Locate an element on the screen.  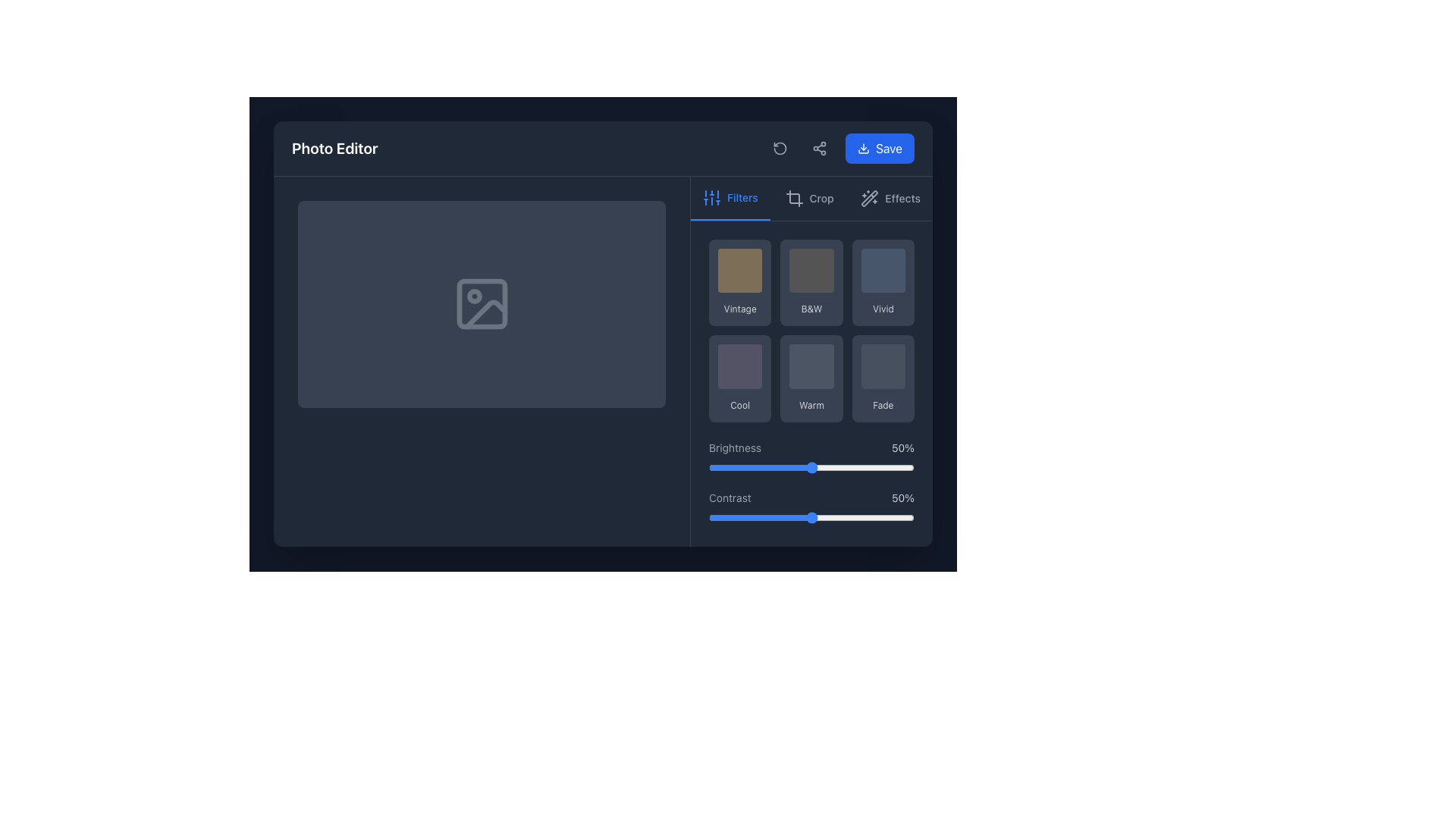
the crop tool button located centrally in the toolbar is located at coordinates (793, 198).